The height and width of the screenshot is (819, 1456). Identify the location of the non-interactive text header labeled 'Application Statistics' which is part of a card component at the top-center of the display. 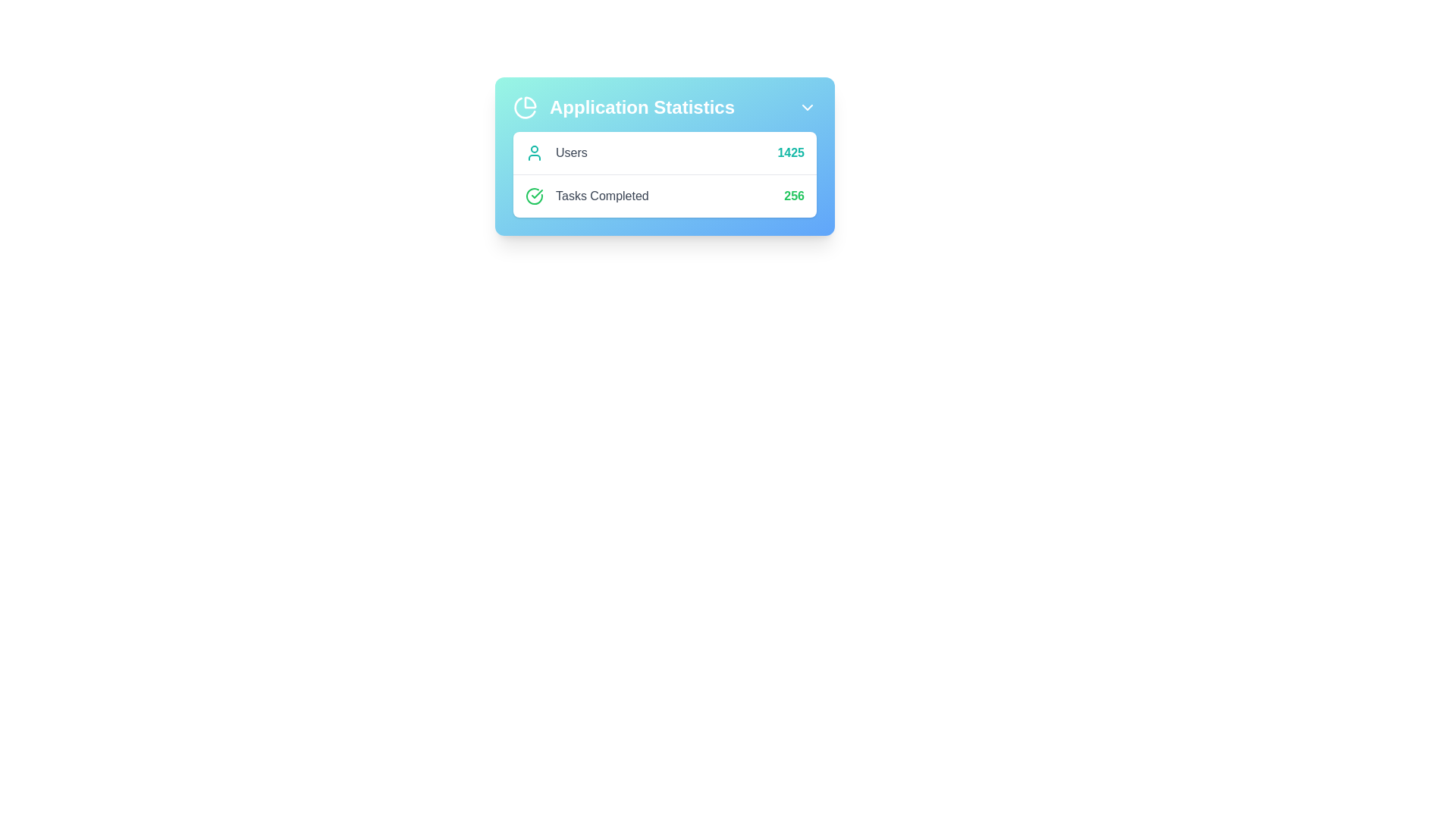
(665, 107).